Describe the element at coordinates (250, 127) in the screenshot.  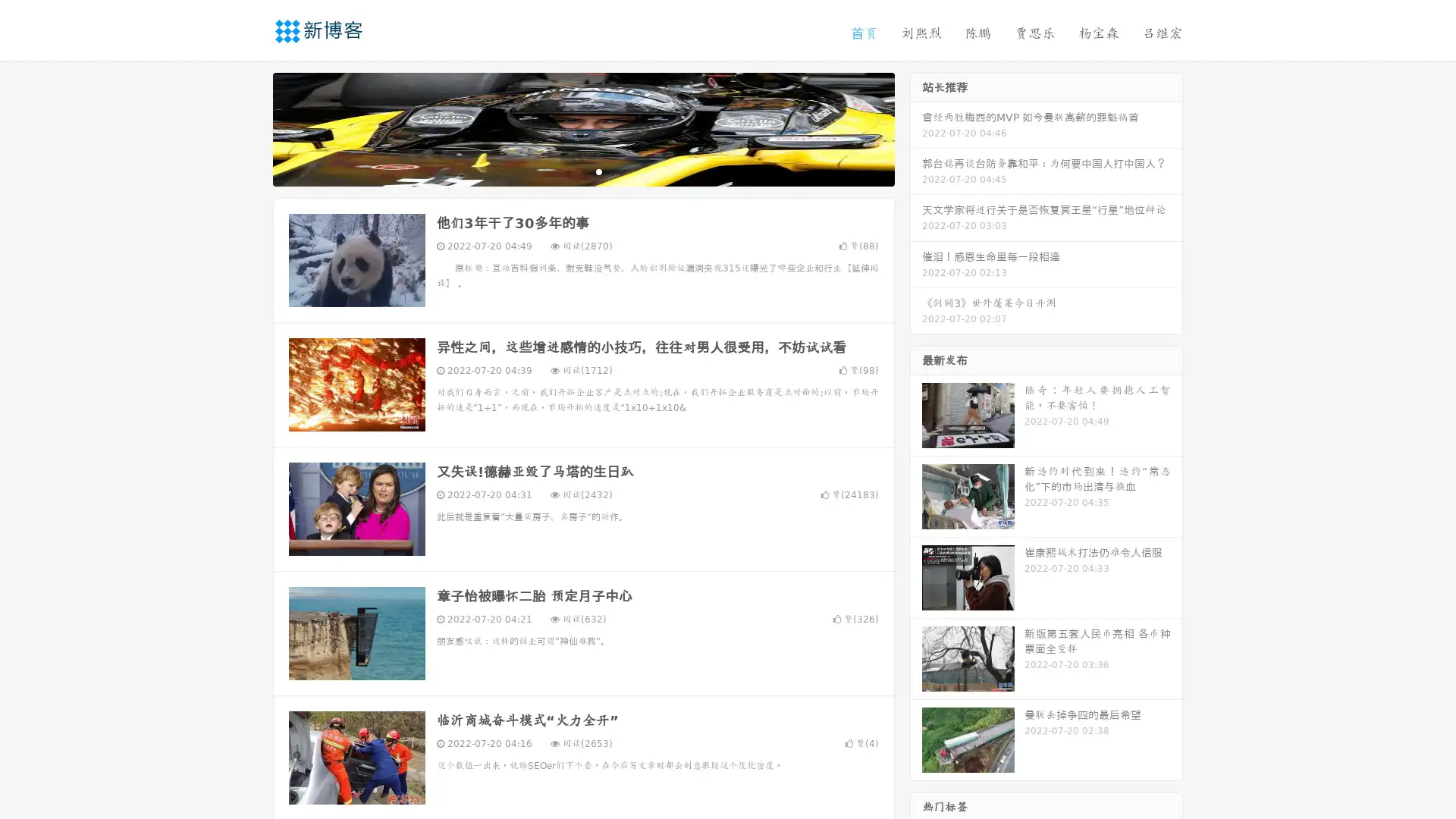
I see `Previous slide` at that location.